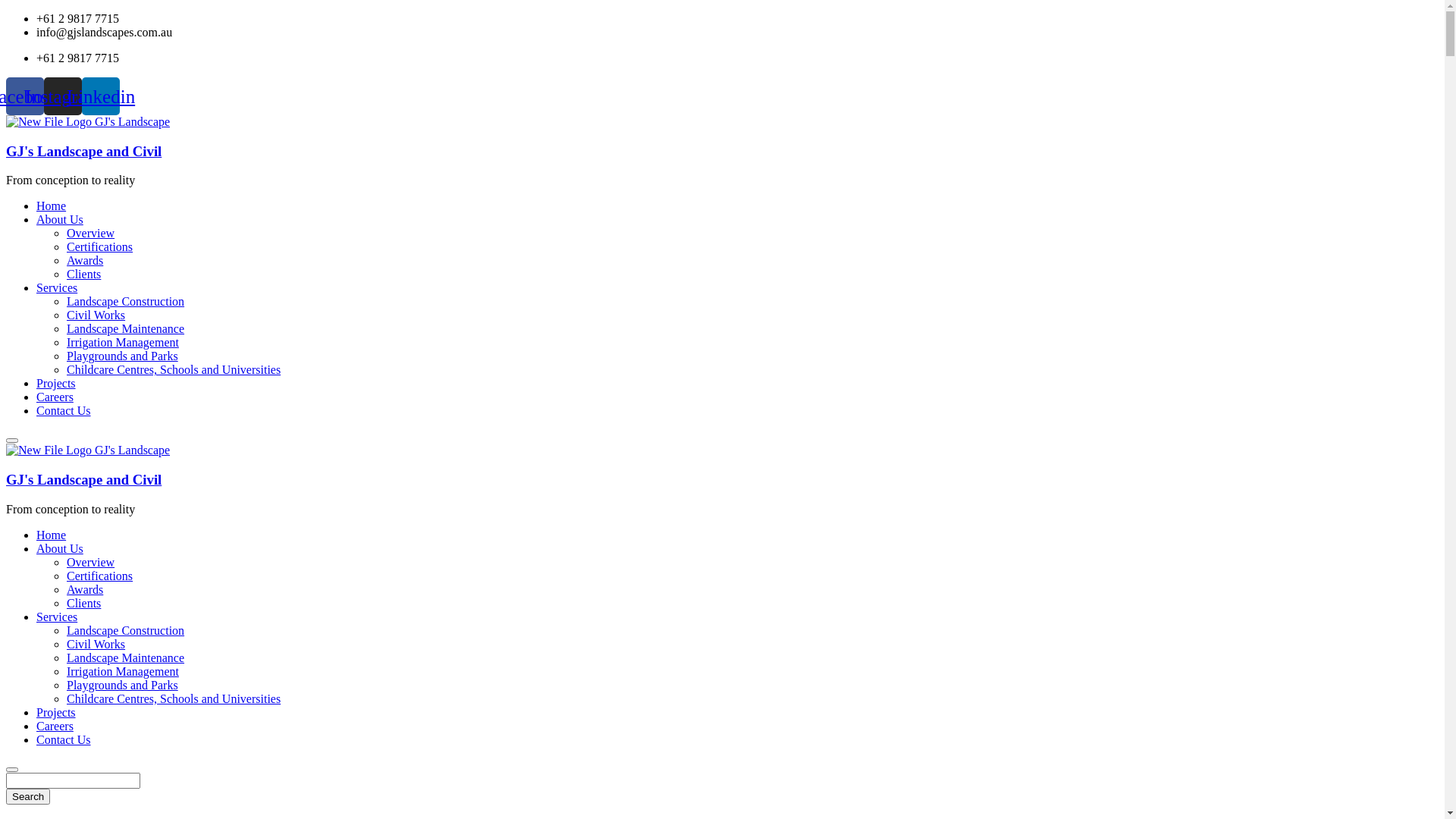 Image resolution: width=1456 pixels, height=819 pixels. Describe the element at coordinates (99, 246) in the screenshot. I see `'Certifications'` at that location.